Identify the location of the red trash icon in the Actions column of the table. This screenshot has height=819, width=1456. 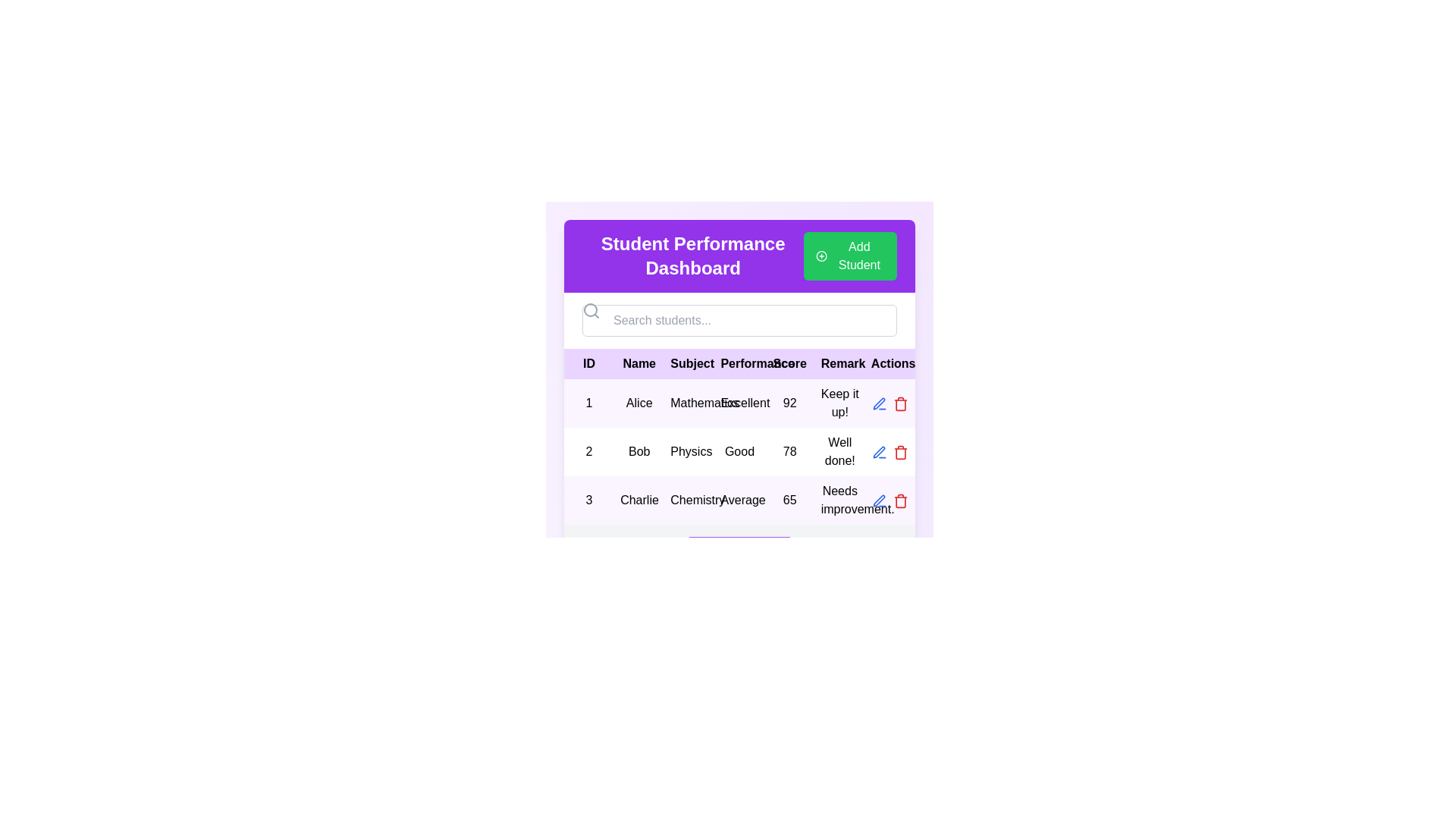
(900, 451).